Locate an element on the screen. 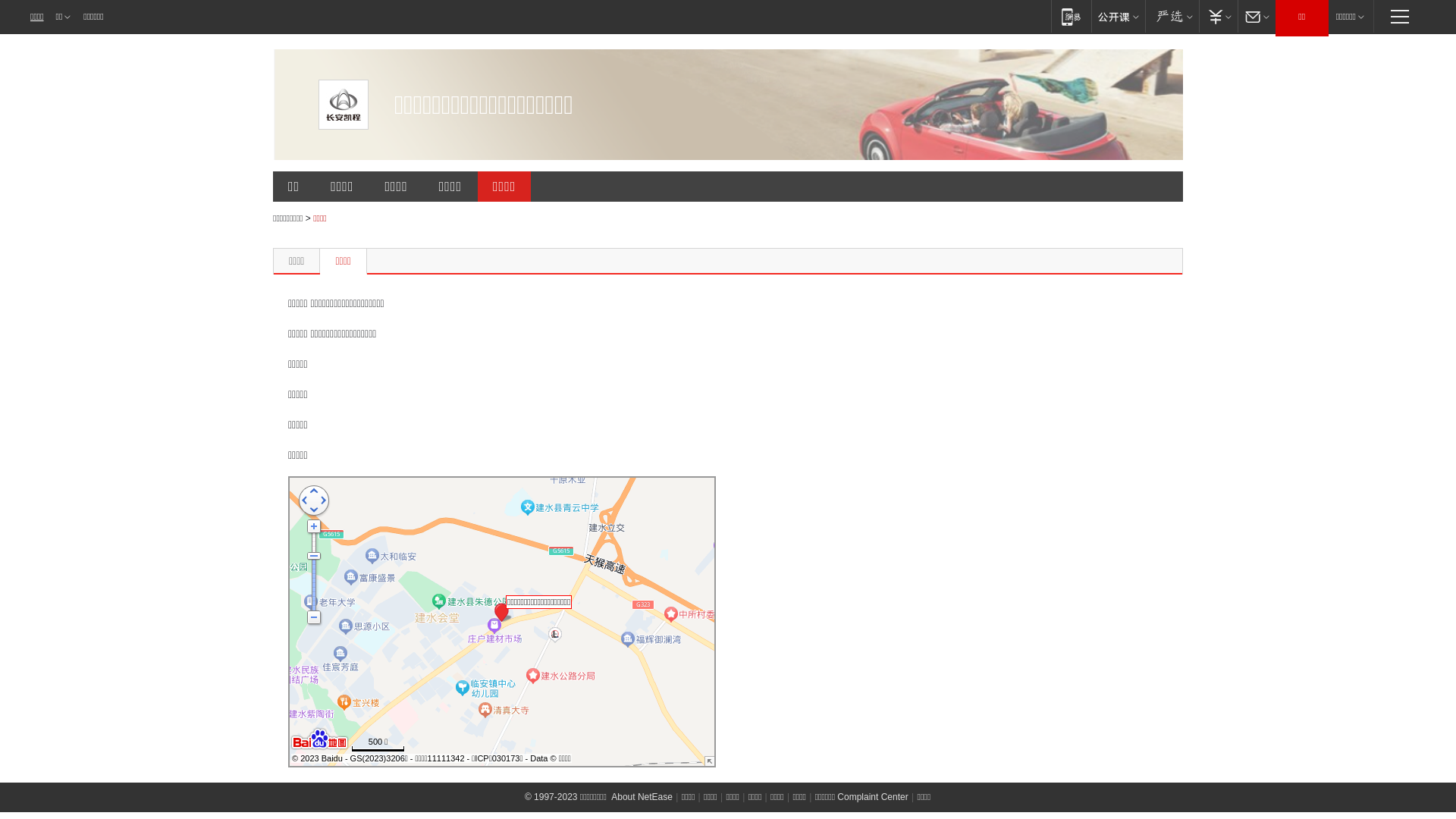  'About NetEase' is located at coordinates (610, 795).